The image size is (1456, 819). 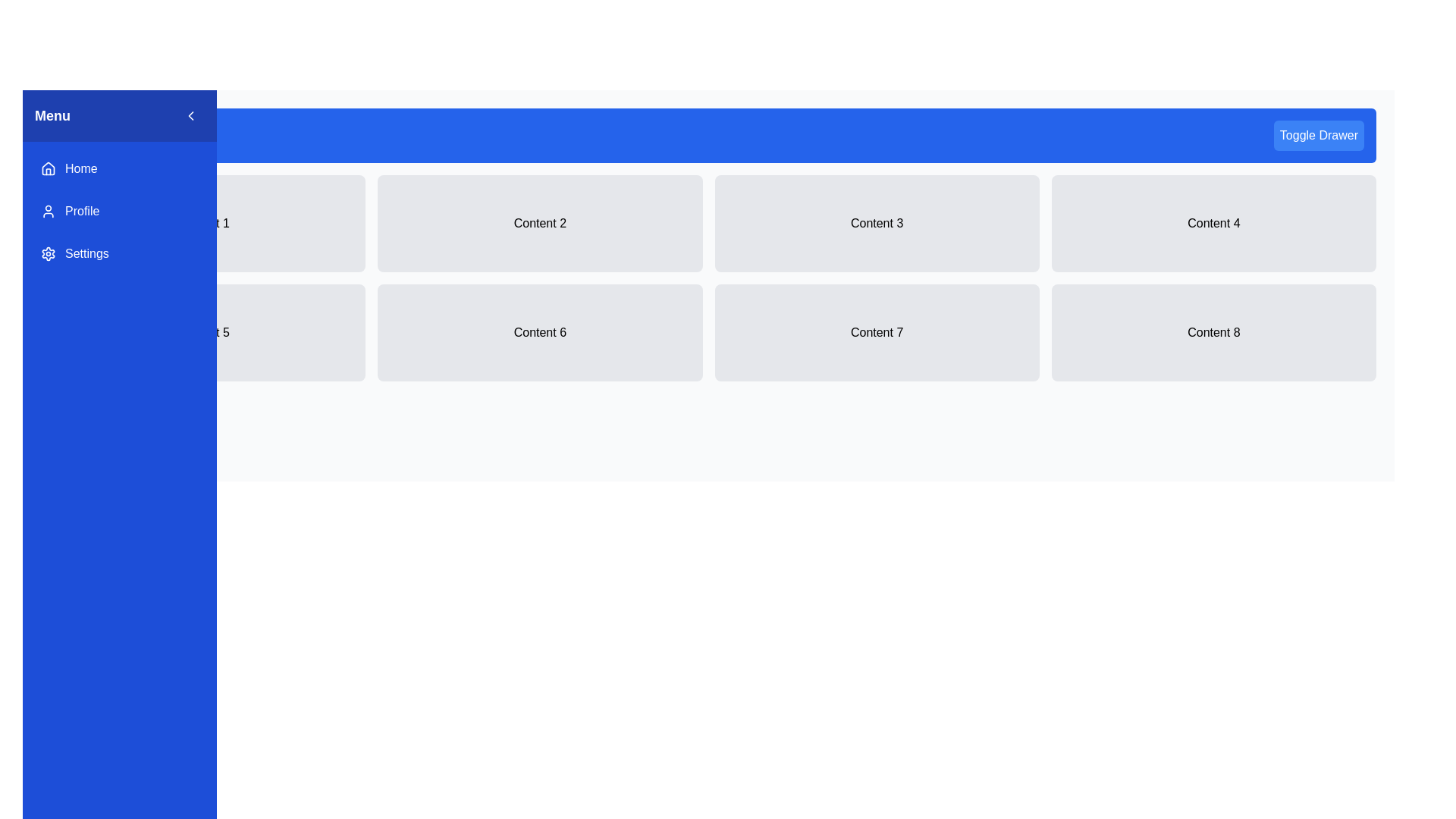 I want to click on the 'Home' button in the sidebar navigation to observe its hover effects, so click(x=119, y=169).